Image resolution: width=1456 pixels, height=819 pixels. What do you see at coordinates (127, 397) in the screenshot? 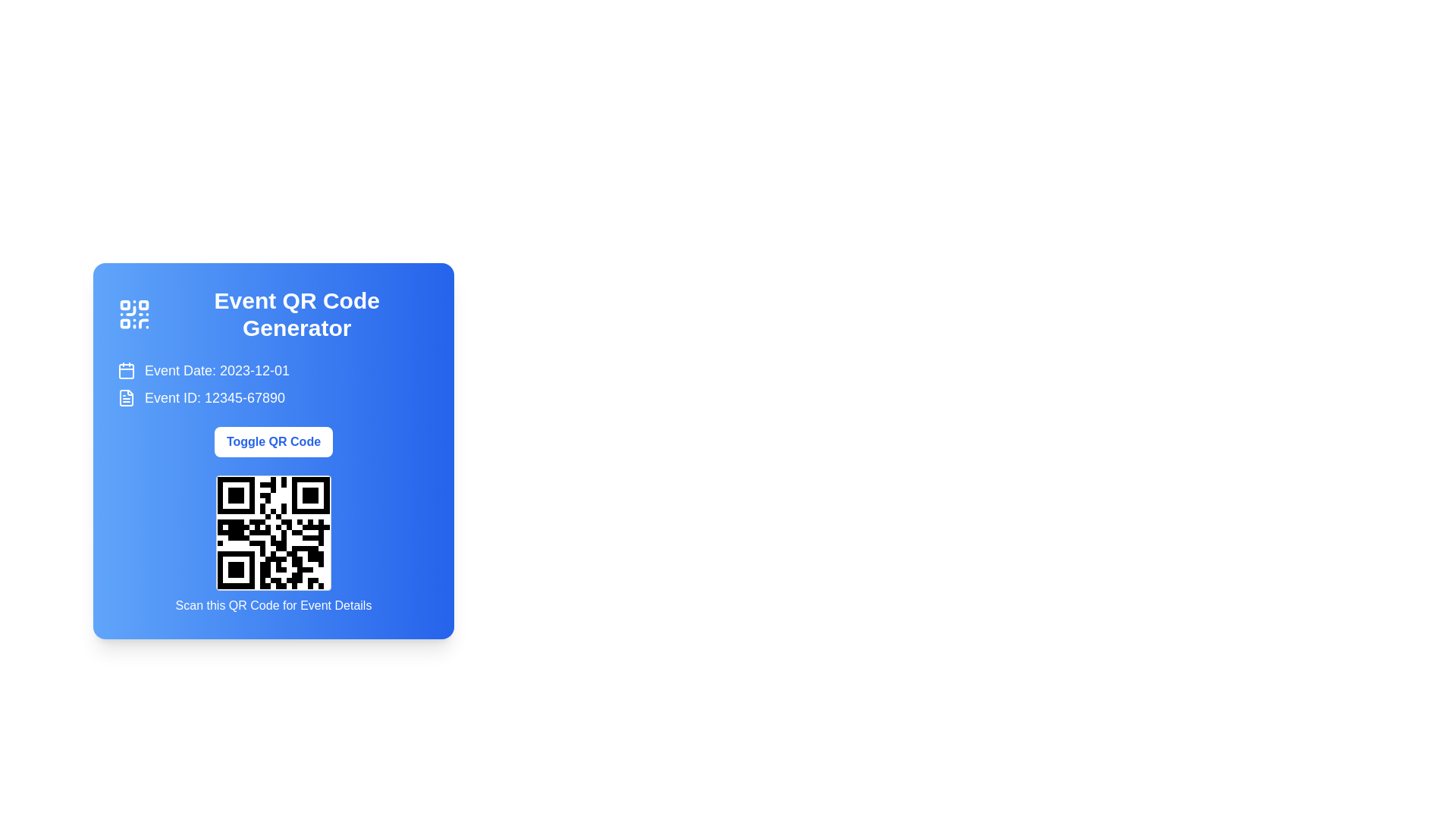
I see `the document/file icon located to the left of the text 'Event ID: 12345-67890'` at bounding box center [127, 397].